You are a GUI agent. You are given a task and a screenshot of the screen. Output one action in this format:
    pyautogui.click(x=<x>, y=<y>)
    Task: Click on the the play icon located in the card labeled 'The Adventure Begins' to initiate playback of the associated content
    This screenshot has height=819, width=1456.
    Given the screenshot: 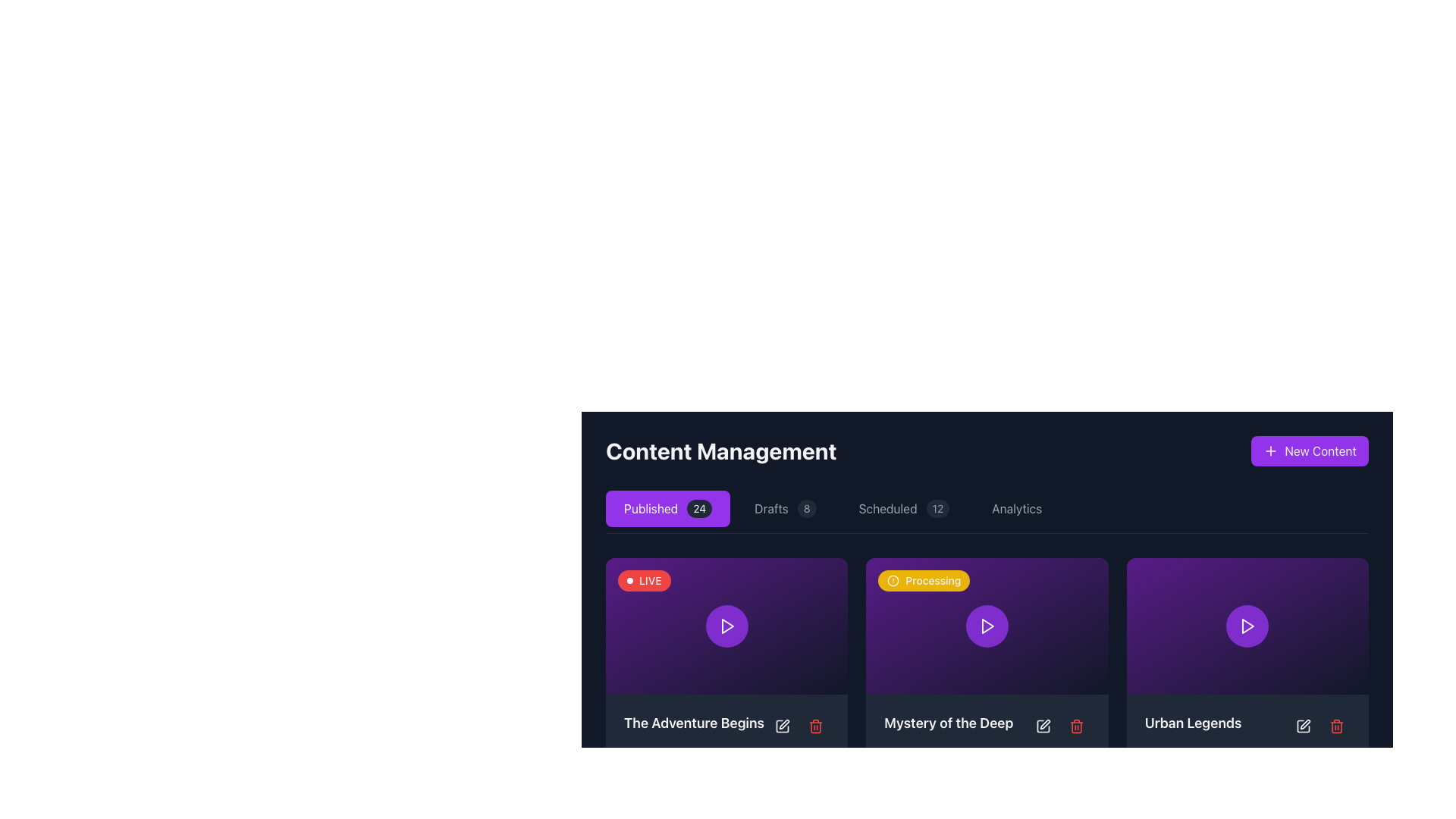 What is the action you would take?
    pyautogui.click(x=726, y=626)
    